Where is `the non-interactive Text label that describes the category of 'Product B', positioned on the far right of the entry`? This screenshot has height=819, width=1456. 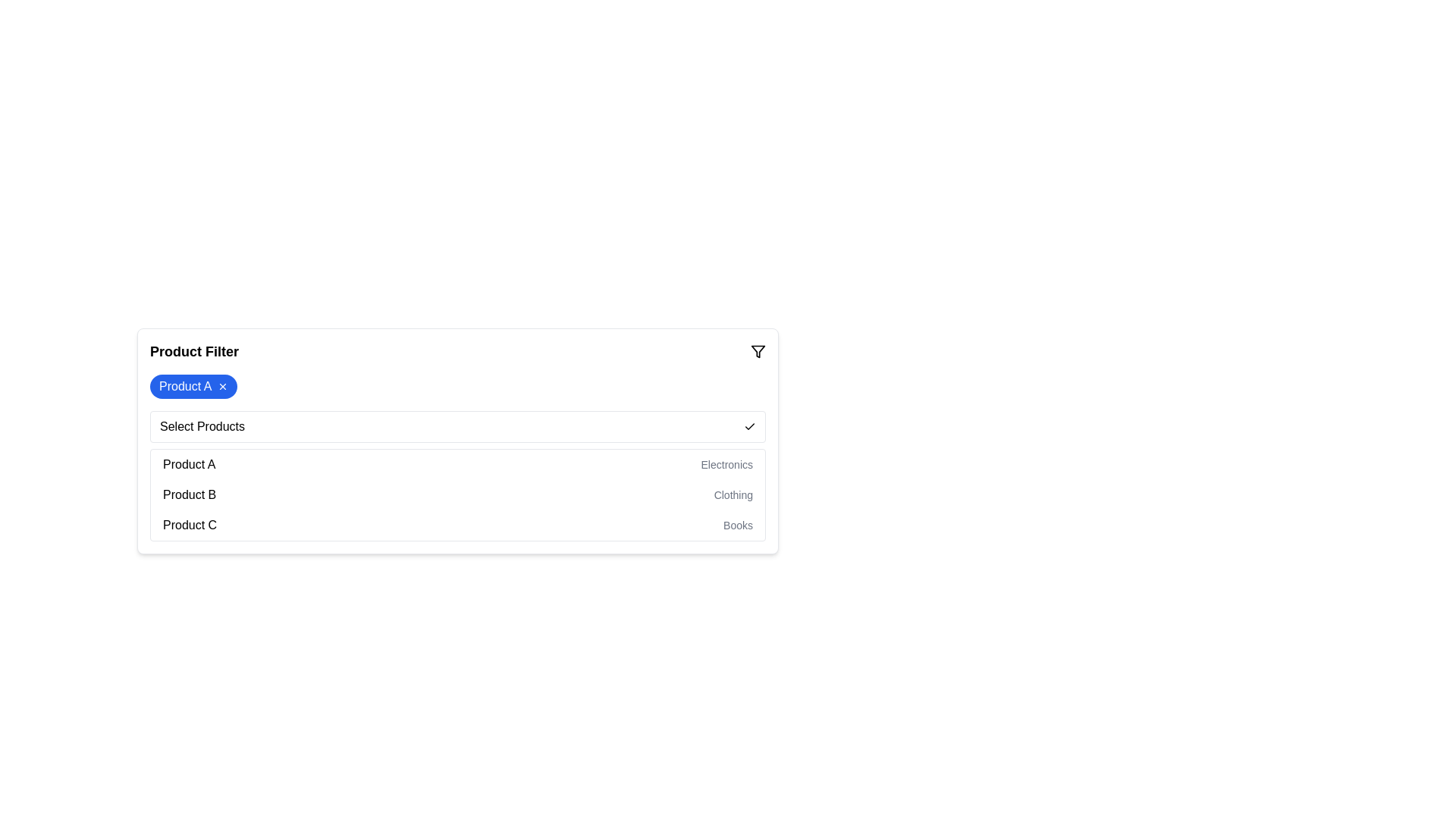
the non-interactive Text label that describes the category of 'Product B', positioned on the far right of the entry is located at coordinates (733, 494).